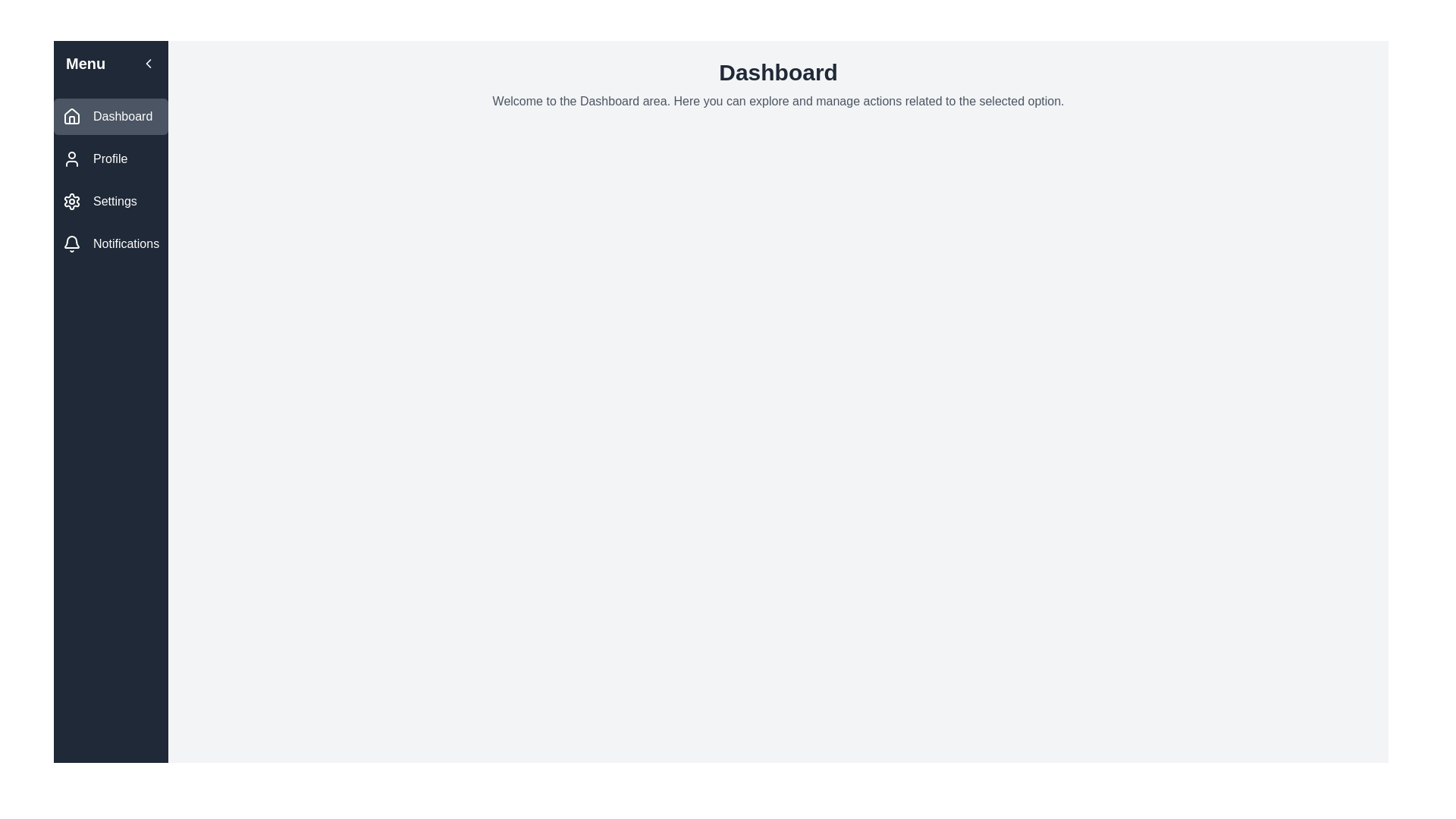 Image resolution: width=1456 pixels, height=819 pixels. I want to click on the 'Notifications' label in the vertical navigation menu, which is positioned to the right of a bell icon and has a medium-weight font on a dark background, so click(126, 243).